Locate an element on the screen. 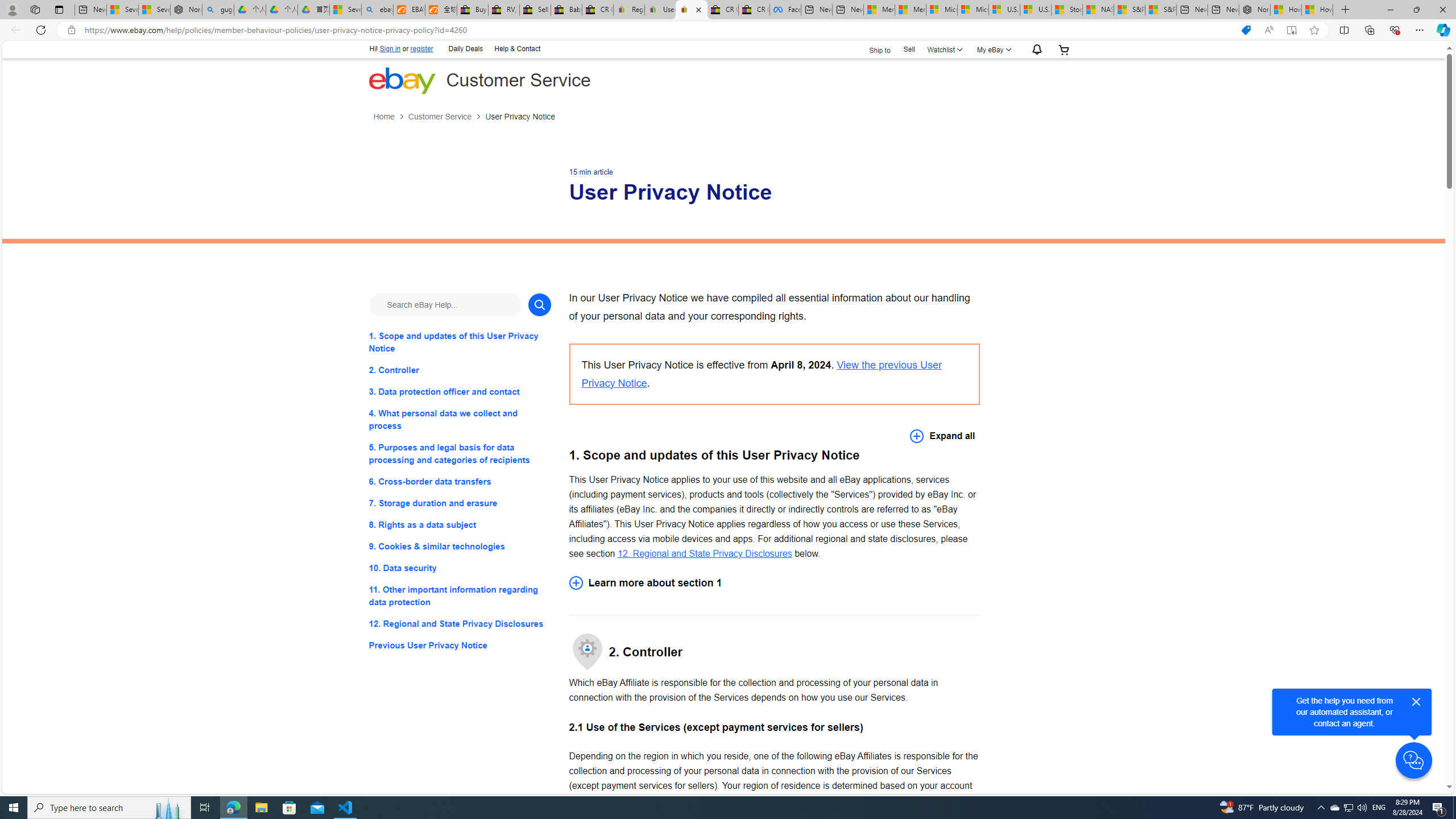  '2. Controller' is located at coordinates (459, 370).